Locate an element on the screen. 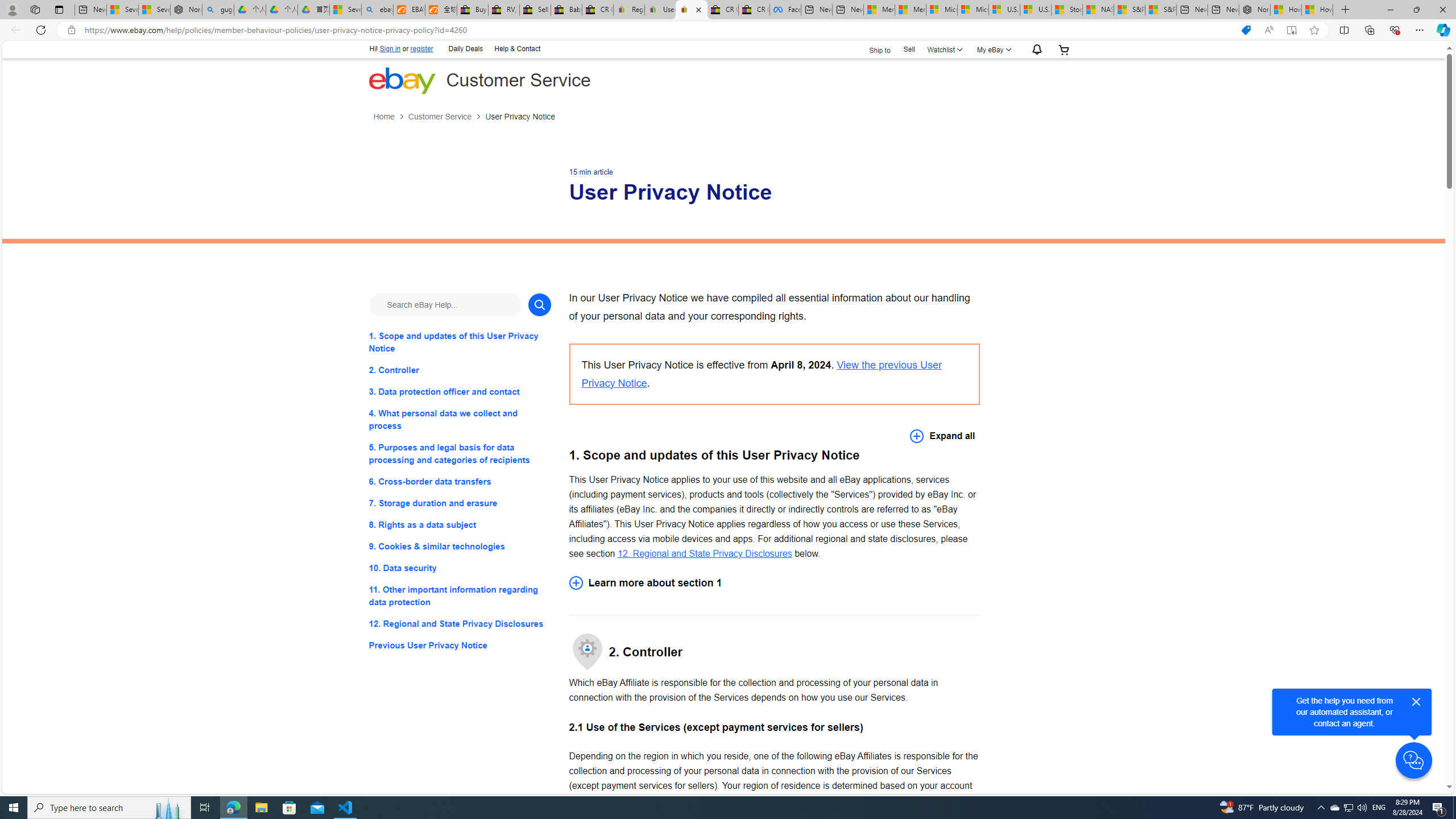  '2. Controller' is located at coordinates (459, 370).